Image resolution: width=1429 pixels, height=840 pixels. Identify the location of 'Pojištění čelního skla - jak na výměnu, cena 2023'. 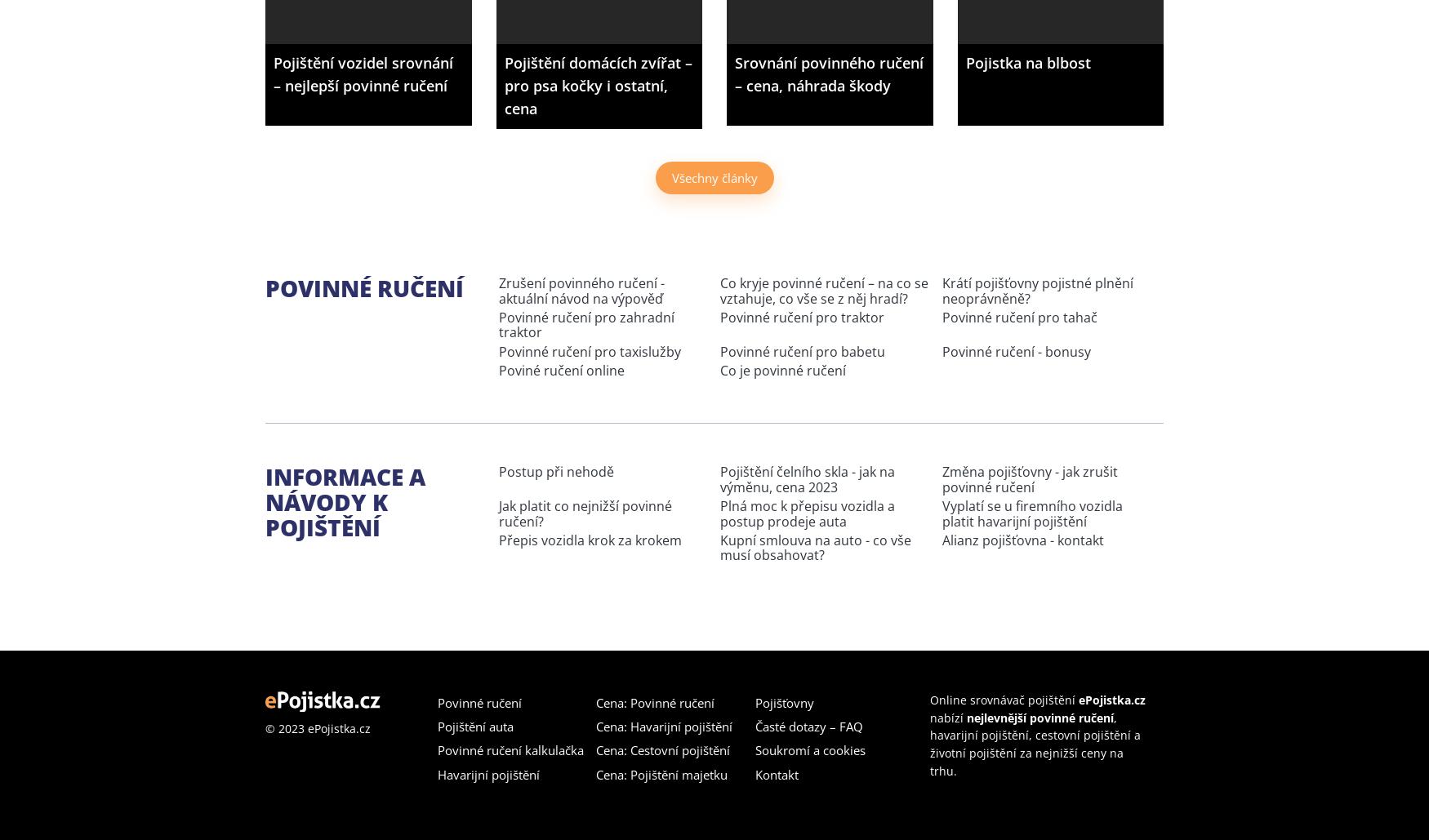
(807, 478).